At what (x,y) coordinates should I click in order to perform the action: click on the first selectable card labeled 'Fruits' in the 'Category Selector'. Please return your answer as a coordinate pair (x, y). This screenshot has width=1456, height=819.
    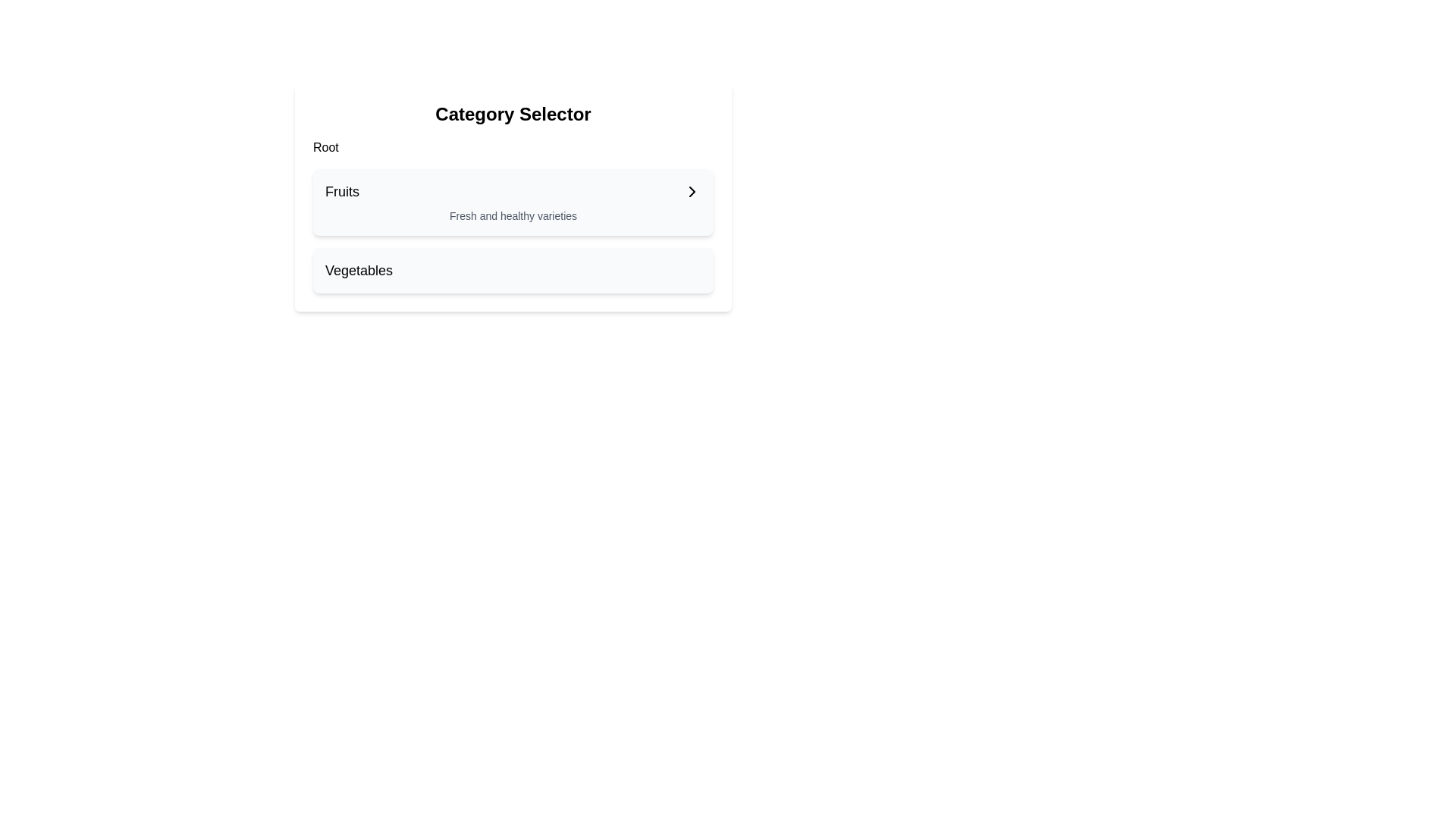
    Looking at the image, I should click on (513, 231).